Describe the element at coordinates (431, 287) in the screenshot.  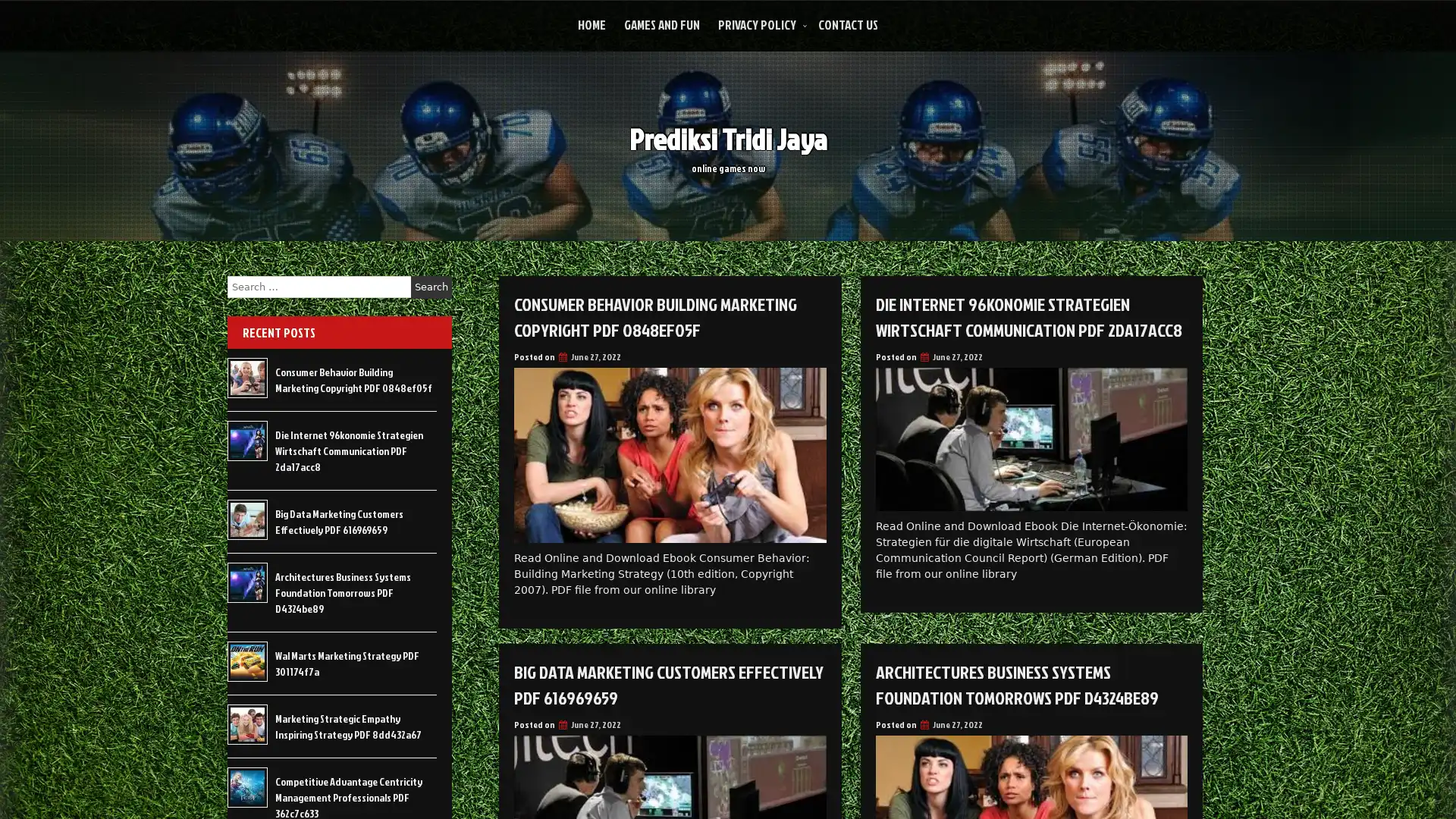
I see `Search` at that location.